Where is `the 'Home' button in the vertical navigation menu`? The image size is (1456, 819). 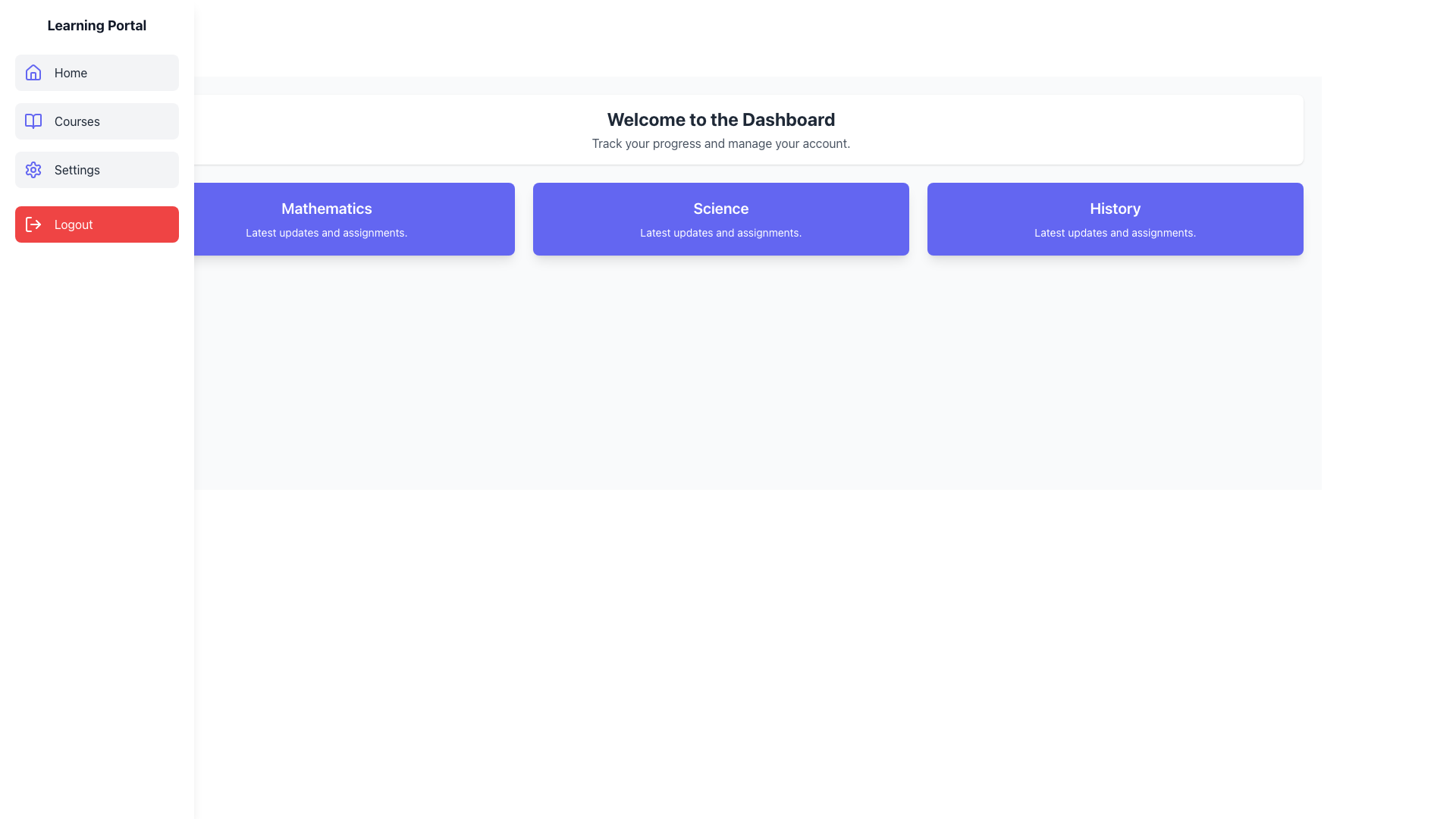
the 'Home' button in the vertical navigation menu is located at coordinates (96, 73).